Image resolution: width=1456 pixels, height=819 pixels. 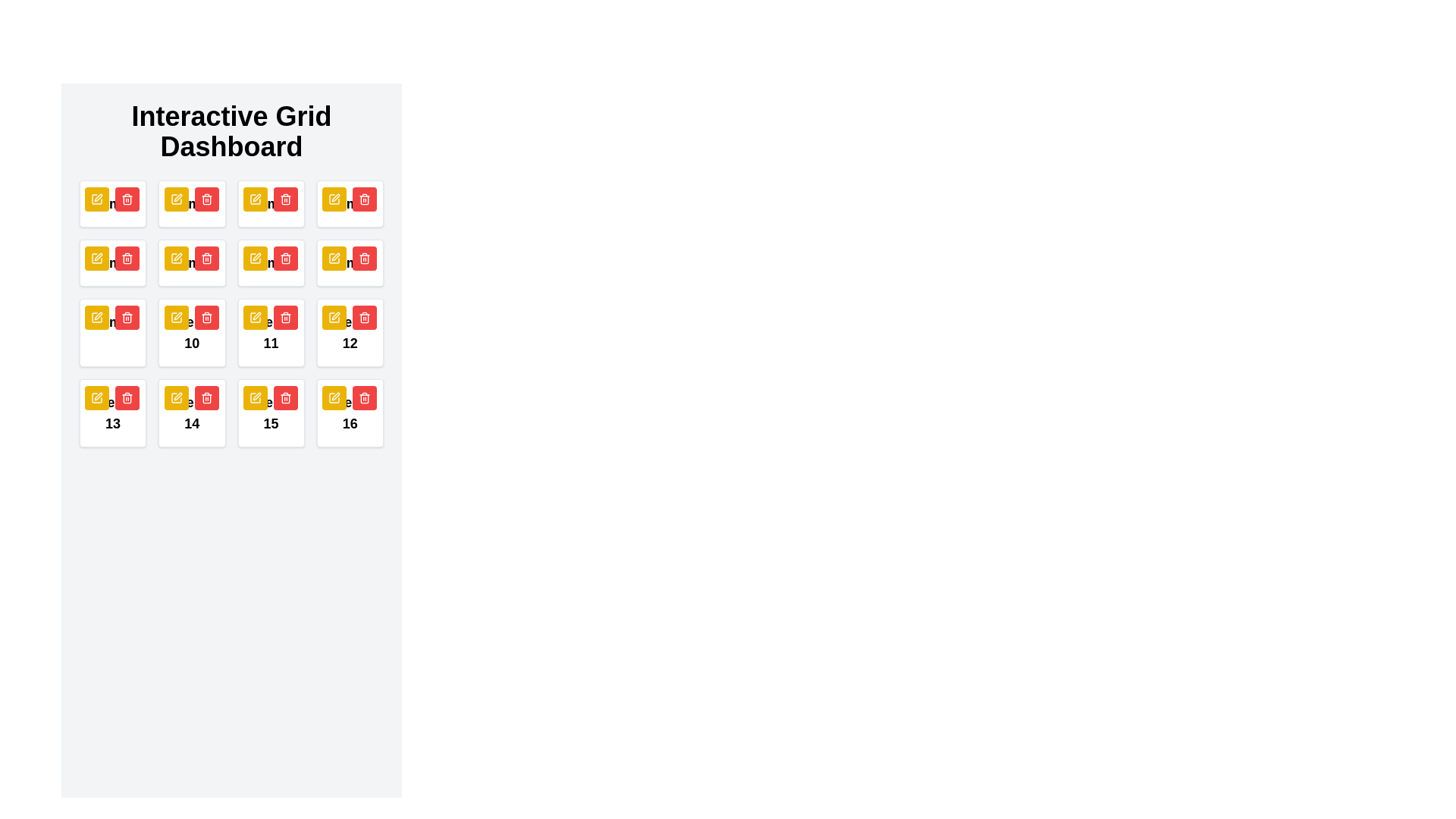 What do you see at coordinates (364, 257) in the screenshot?
I see `the trash bin icon, which is a red-filled icon with a white background located in grid item 11 of the Interactive Grid Dashboard, to initiate a delete action` at bounding box center [364, 257].